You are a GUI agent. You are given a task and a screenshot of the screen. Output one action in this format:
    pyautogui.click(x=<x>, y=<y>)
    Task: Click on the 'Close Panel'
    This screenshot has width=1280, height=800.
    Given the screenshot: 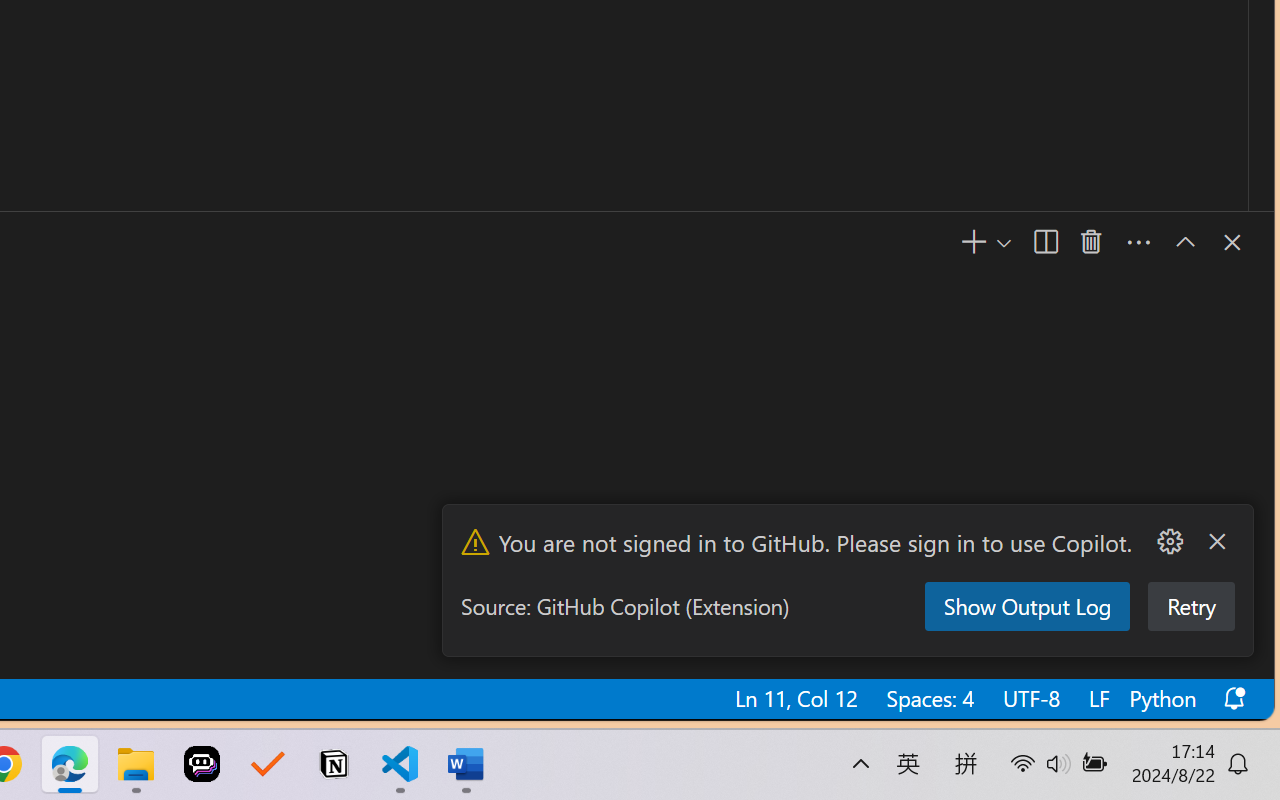 What is the action you would take?
    pyautogui.click(x=1229, y=241)
    